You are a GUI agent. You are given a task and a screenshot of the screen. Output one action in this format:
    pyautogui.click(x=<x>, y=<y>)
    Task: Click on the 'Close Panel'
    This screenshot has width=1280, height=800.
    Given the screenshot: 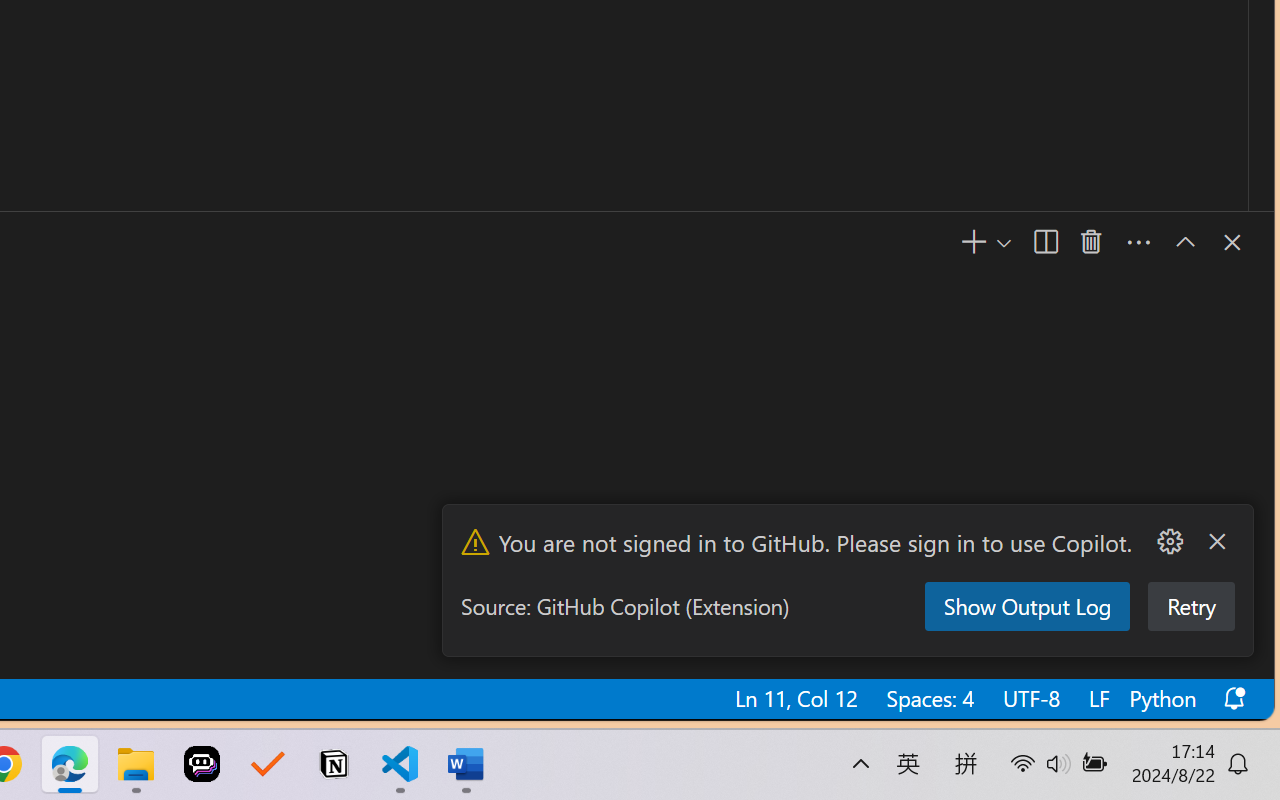 What is the action you would take?
    pyautogui.click(x=1229, y=241)
    